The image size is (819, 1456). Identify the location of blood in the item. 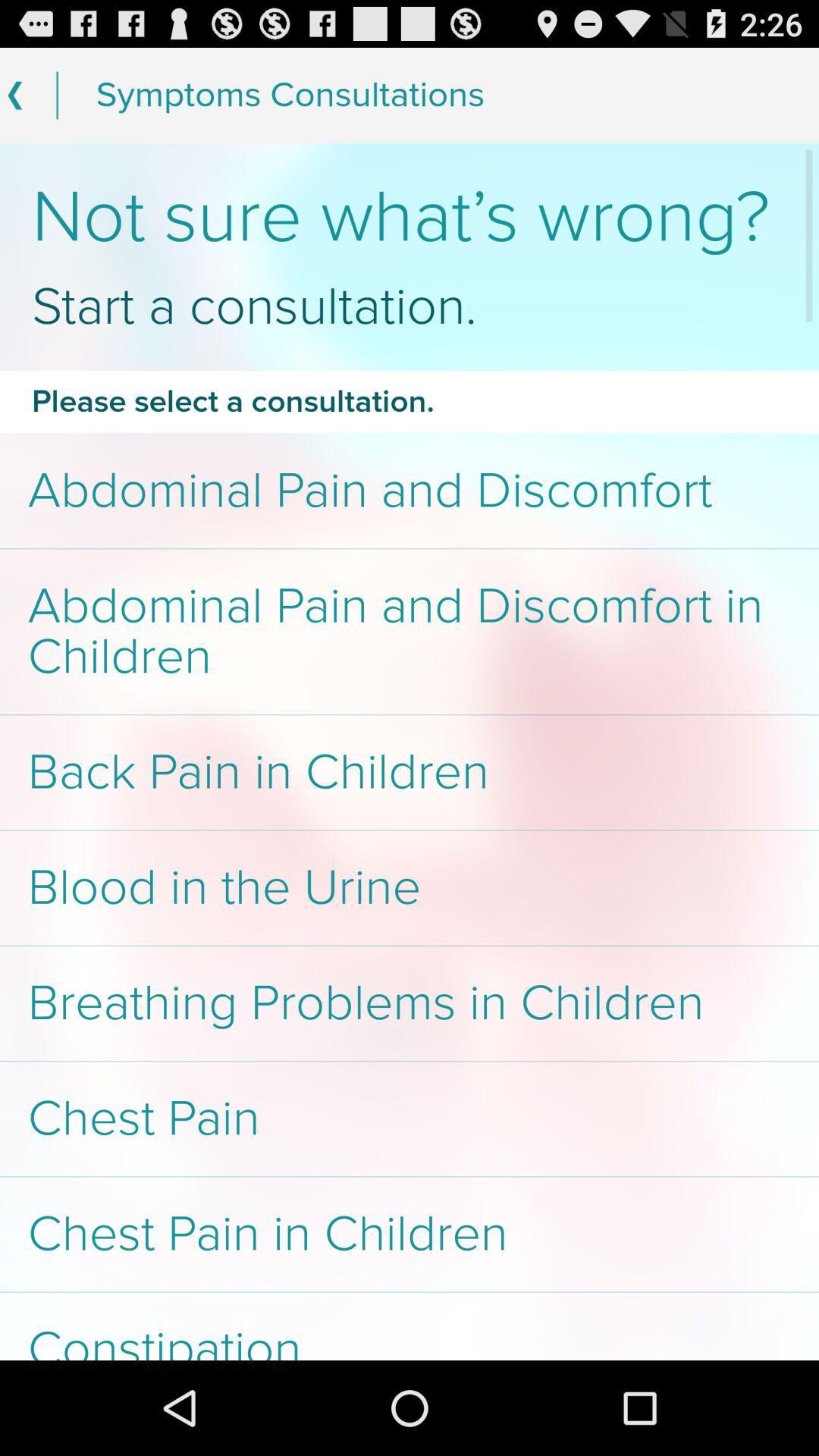
(409, 888).